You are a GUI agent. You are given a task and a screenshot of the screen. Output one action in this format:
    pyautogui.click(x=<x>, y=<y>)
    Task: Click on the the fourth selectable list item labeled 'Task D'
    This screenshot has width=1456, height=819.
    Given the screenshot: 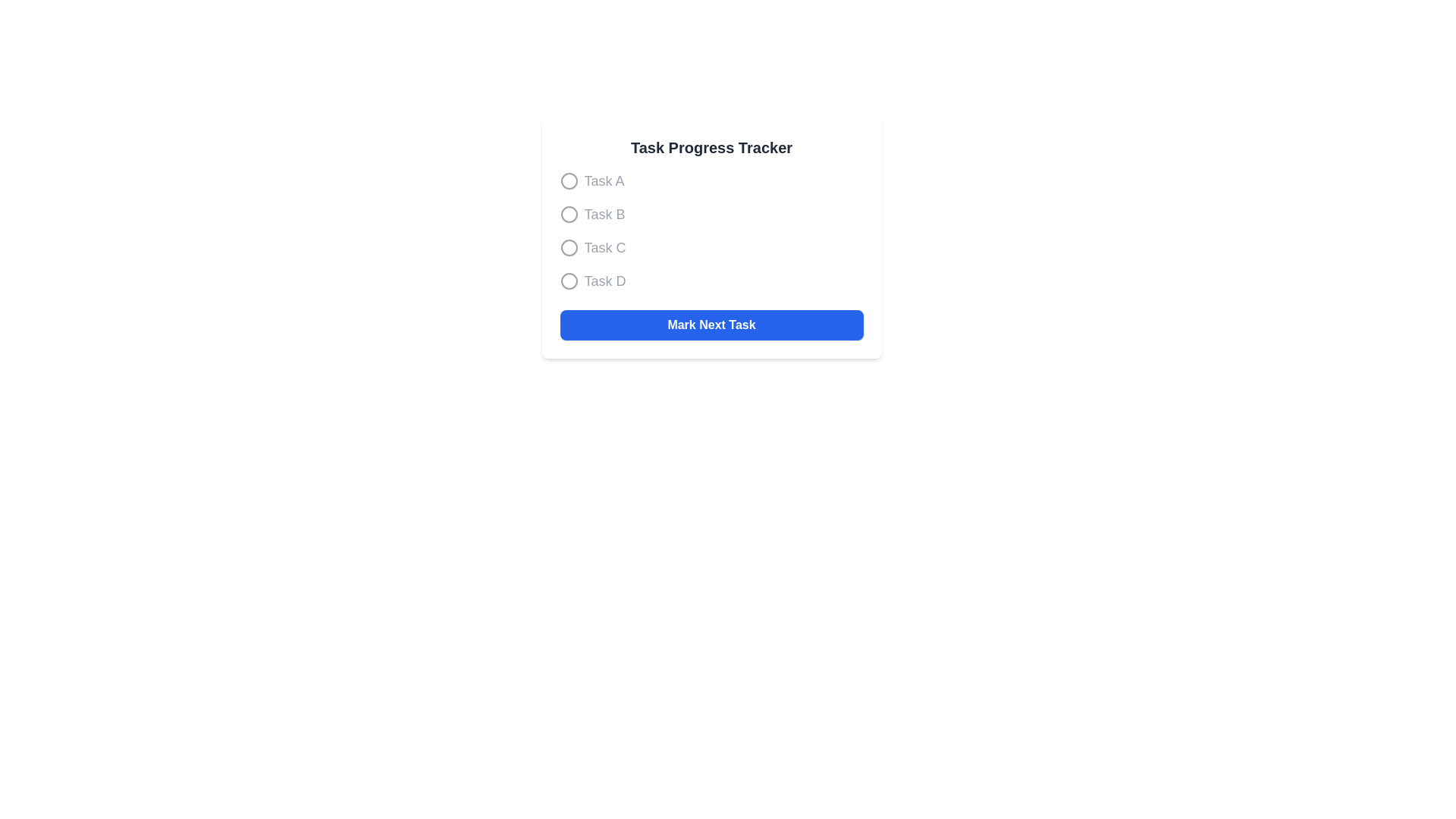 What is the action you would take?
    pyautogui.click(x=711, y=281)
    